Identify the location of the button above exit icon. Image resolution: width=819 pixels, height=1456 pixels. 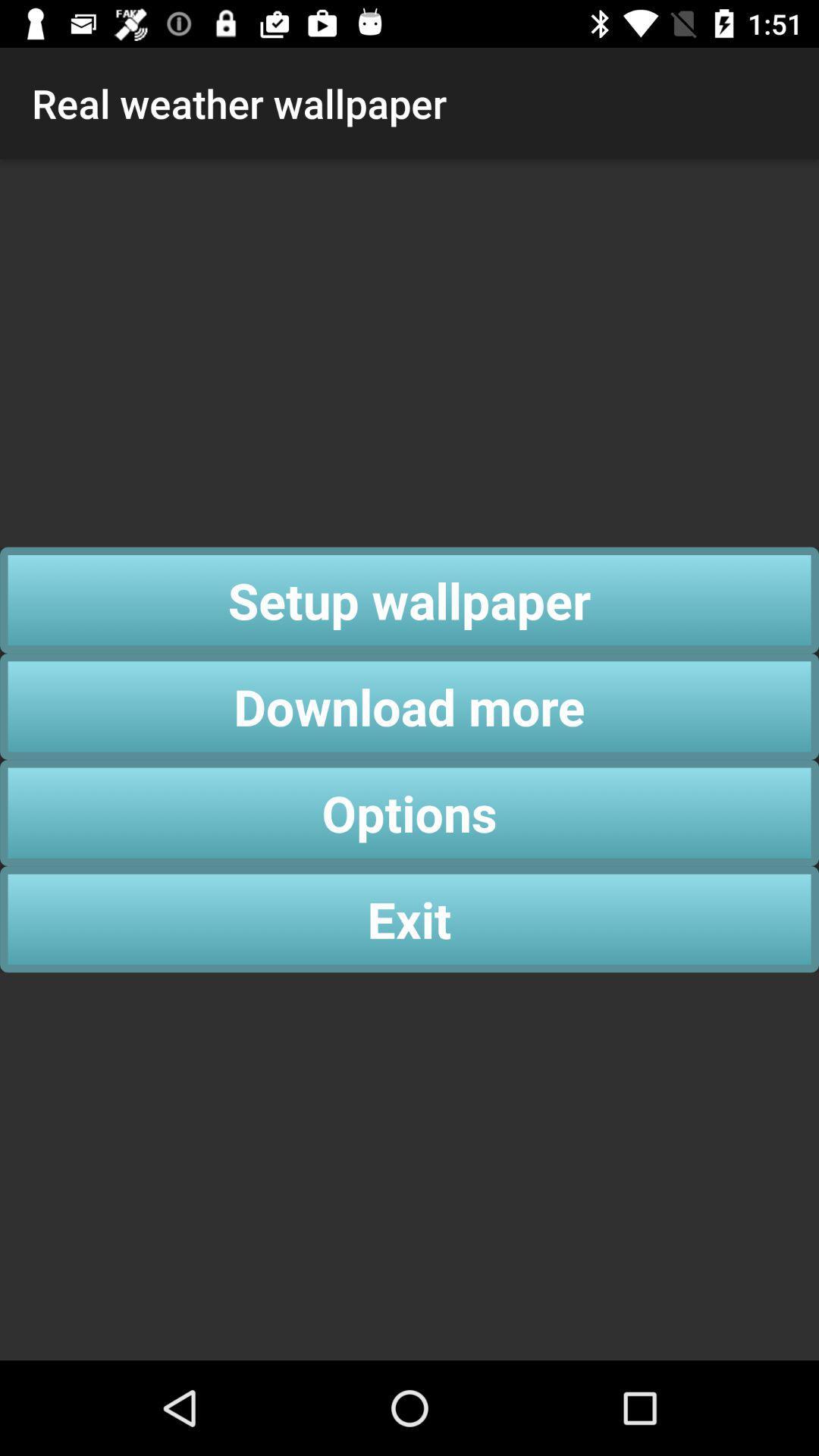
(409, 812).